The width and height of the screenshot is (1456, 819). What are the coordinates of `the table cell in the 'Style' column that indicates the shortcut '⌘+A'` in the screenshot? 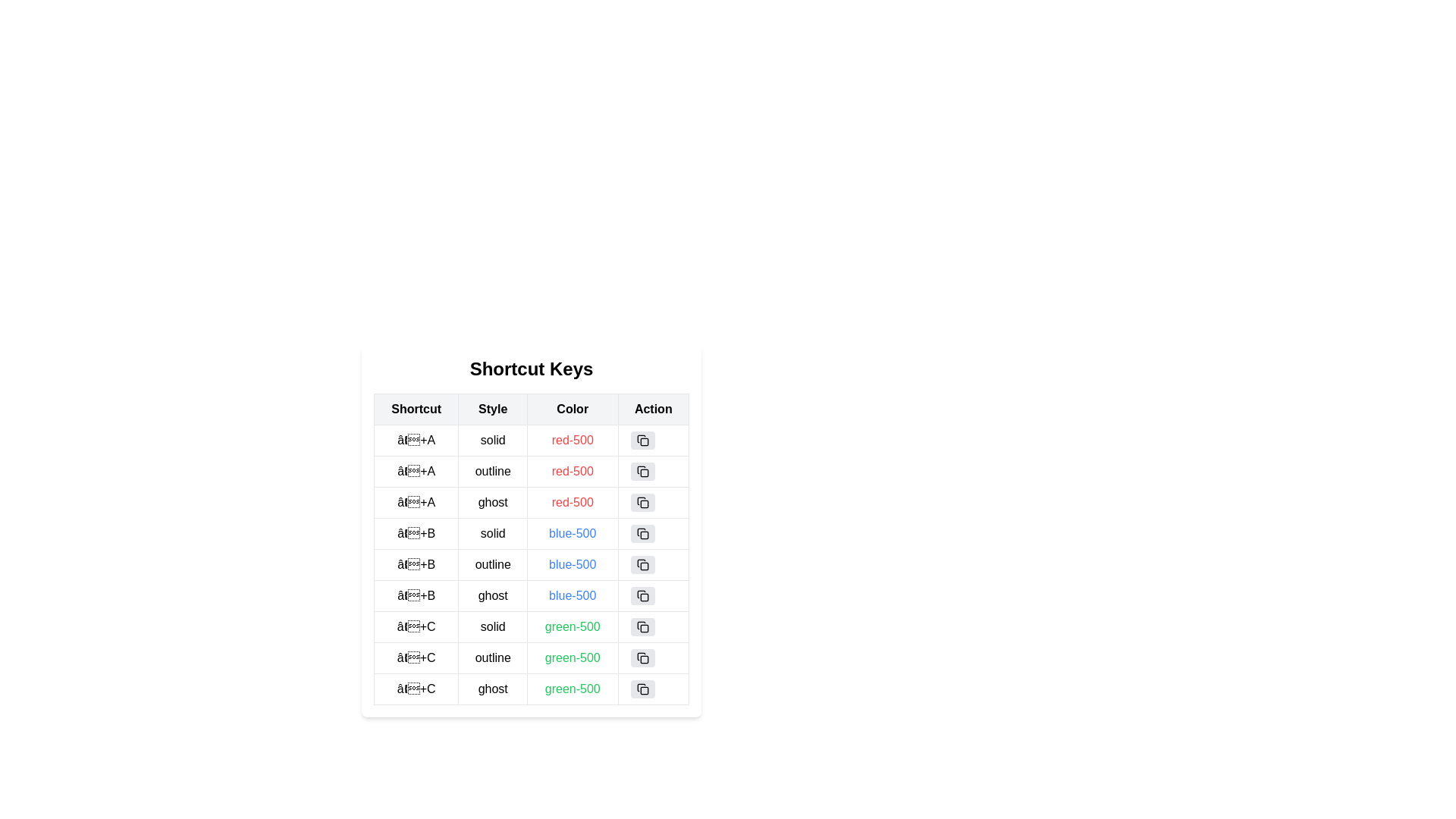 It's located at (493, 470).